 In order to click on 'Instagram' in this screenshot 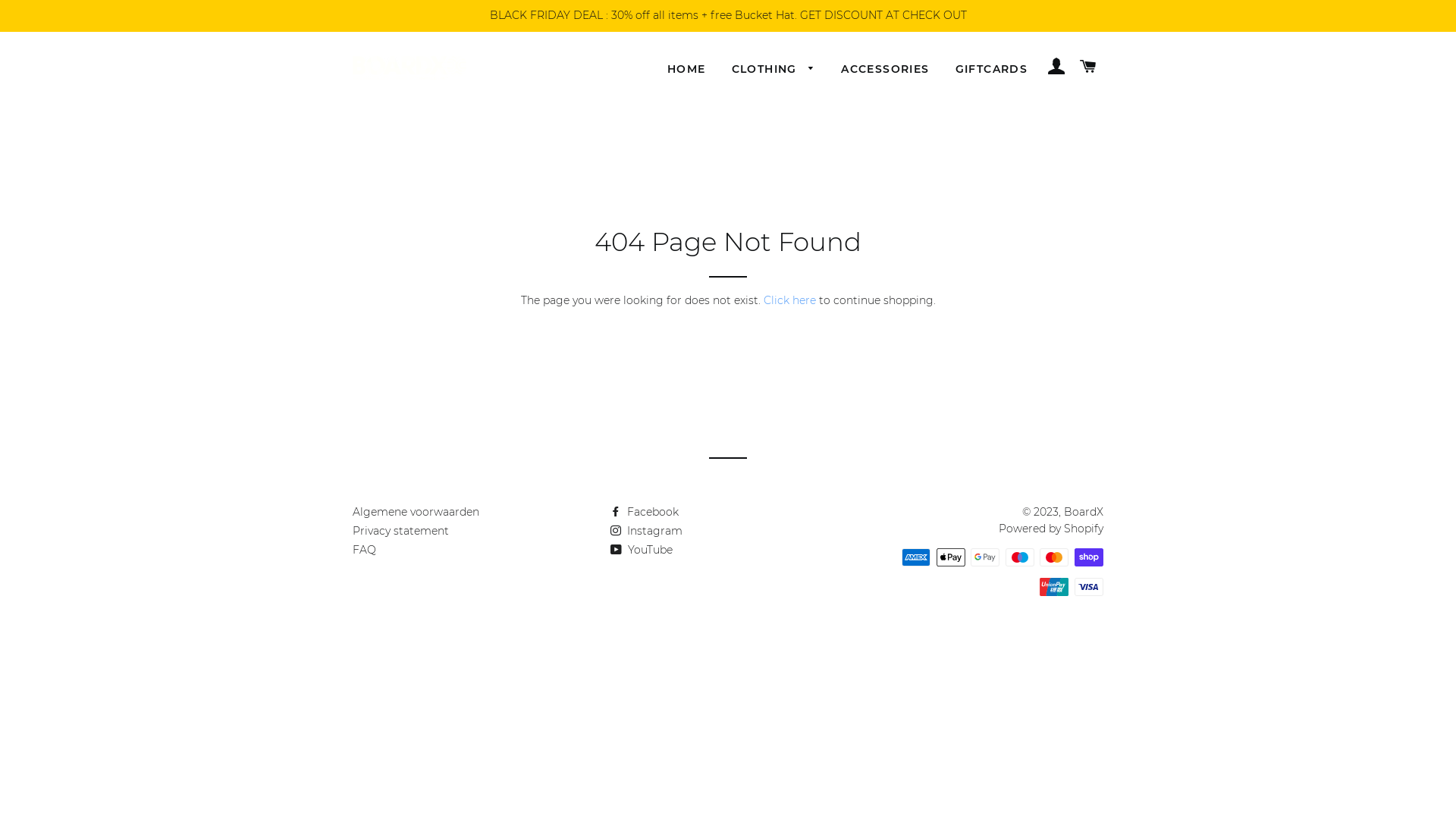, I will do `click(646, 529)`.